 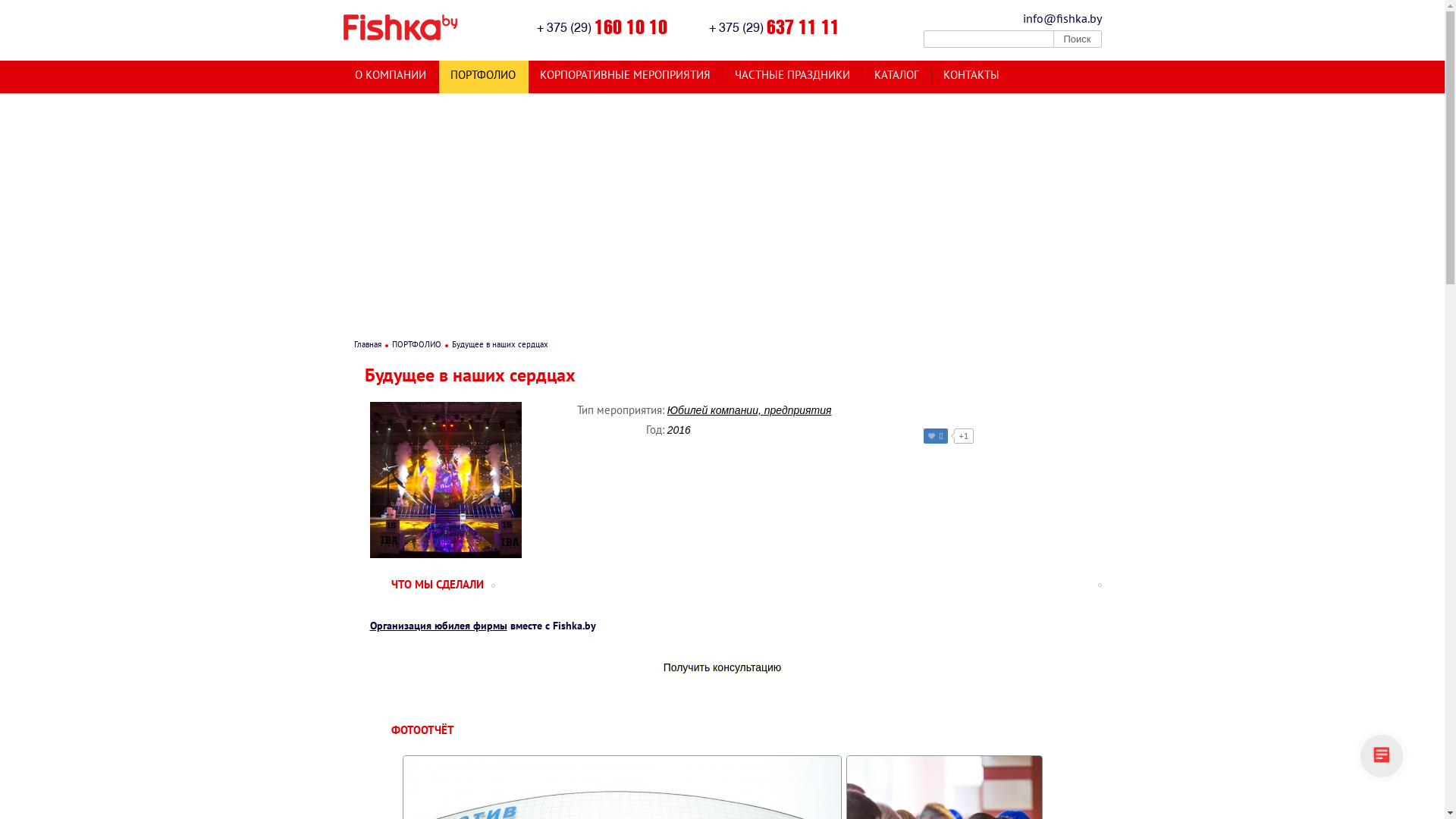 I want to click on '+ 375 (29) 160 10 10', so click(x=537, y=26).